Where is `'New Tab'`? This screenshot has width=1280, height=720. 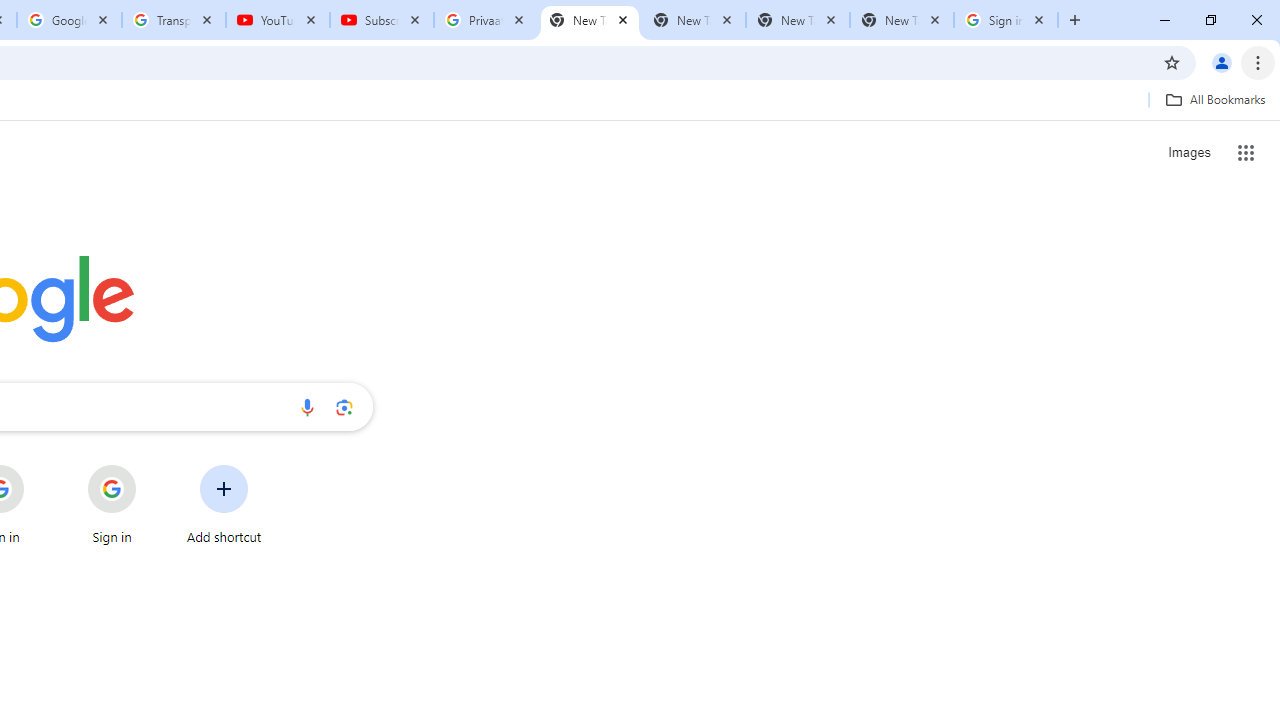 'New Tab' is located at coordinates (900, 20).